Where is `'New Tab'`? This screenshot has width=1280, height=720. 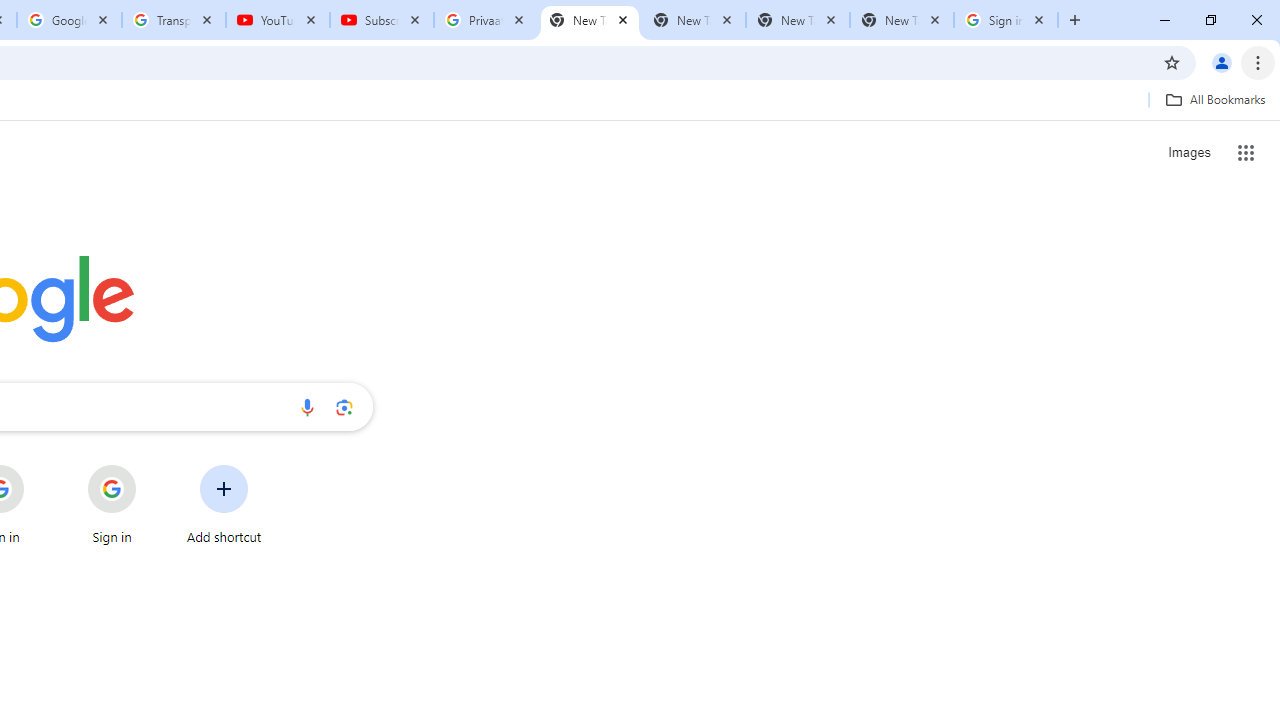 'New Tab' is located at coordinates (900, 20).